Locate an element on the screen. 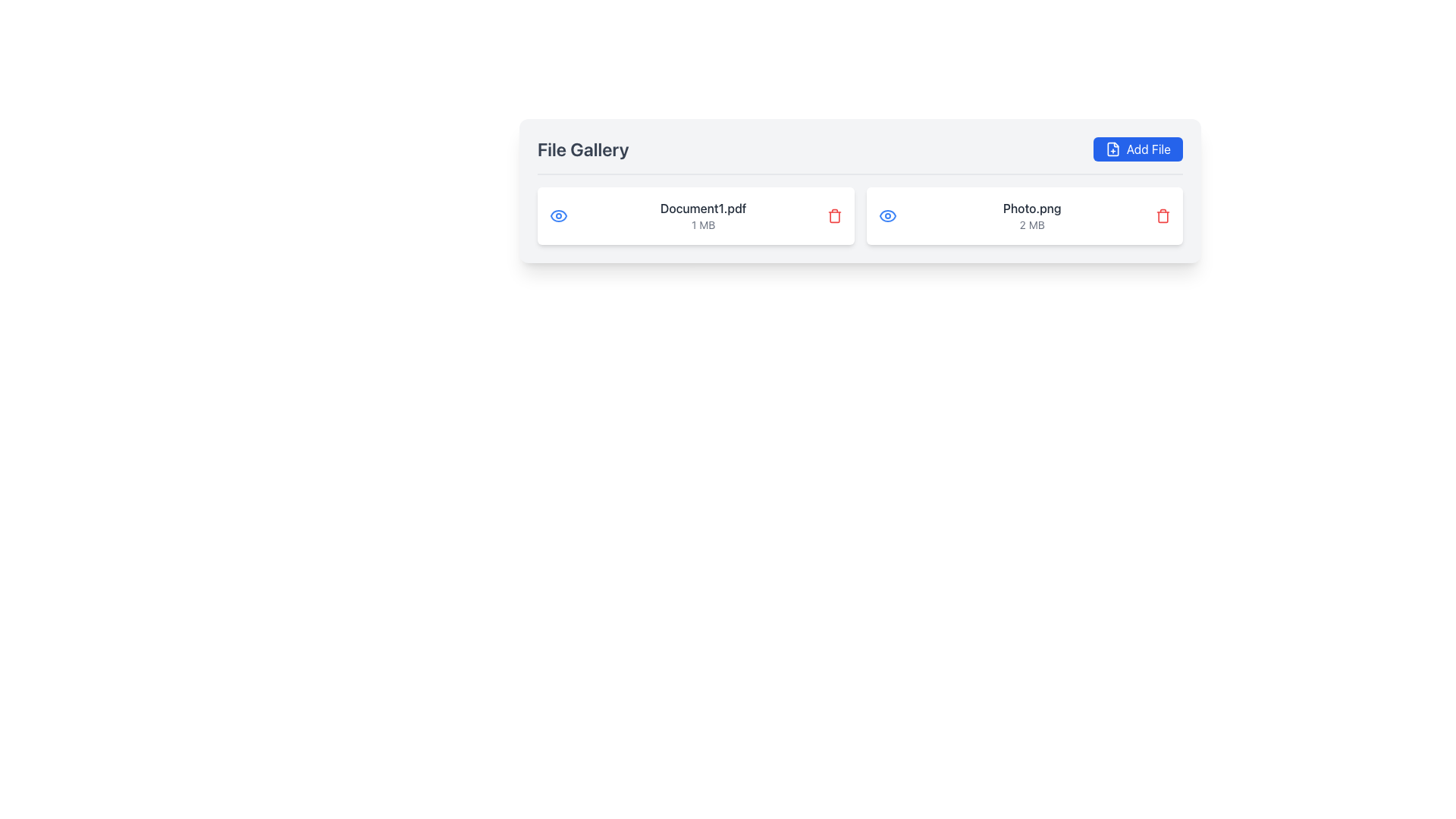  the text label displaying '1 MB', which is located directly beneath 'Document1.pdf' in the left panel of the File Gallery section is located at coordinates (702, 225).